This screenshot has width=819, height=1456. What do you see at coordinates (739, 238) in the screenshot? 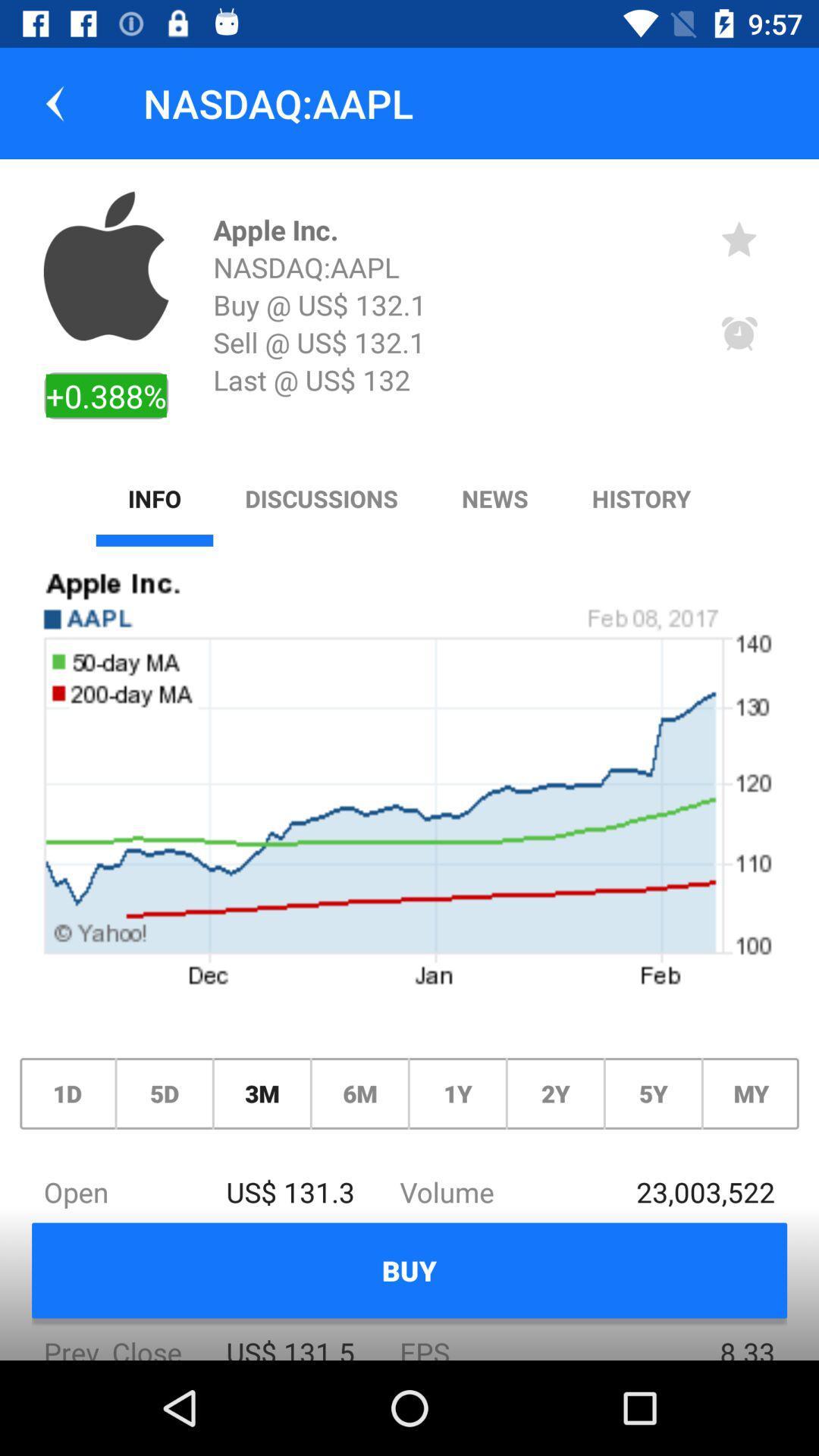
I see `the star icon` at bounding box center [739, 238].